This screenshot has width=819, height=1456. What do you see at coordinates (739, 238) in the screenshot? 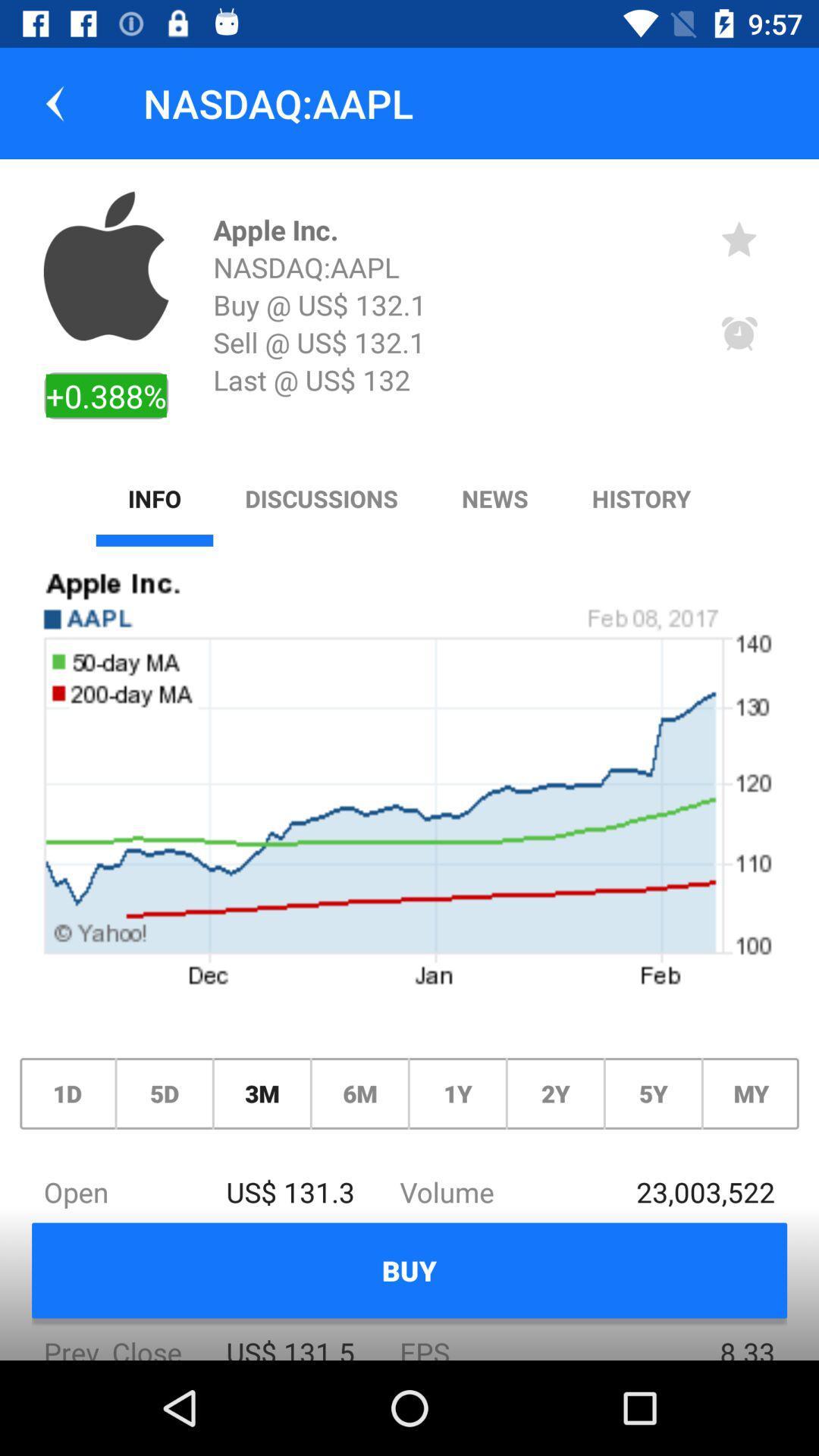
I see `the star icon` at bounding box center [739, 238].